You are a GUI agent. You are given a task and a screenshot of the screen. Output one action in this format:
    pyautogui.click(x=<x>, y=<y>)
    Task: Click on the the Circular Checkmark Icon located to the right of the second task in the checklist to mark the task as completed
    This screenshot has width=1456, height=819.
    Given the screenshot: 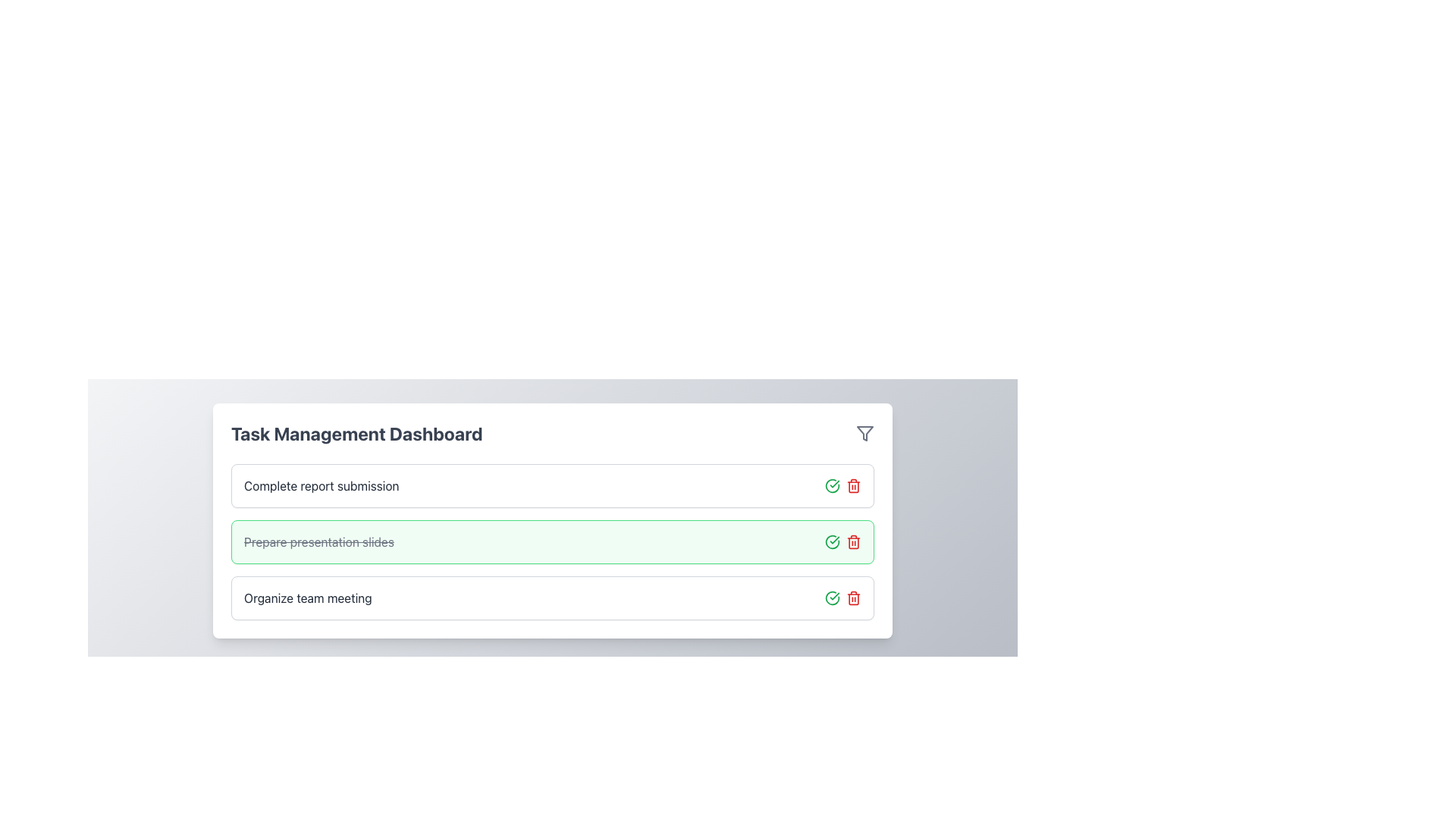 What is the action you would take?
    pyautogui.click(x=832, y=485)
    